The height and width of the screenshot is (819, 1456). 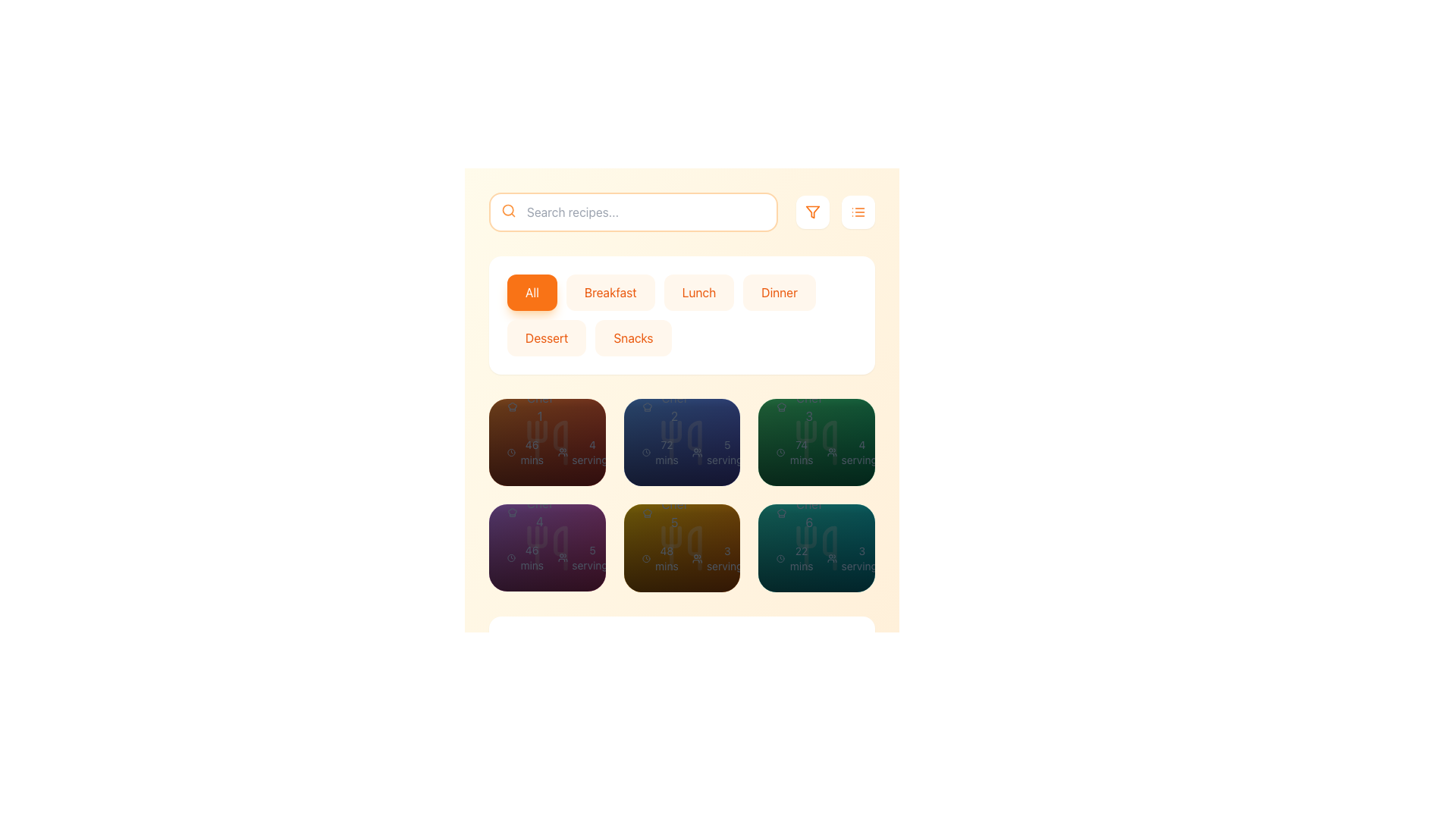 I want to click on the text indicator showing the number of servings for a recipe, which is located in the bottom-right card of a grid layout, to interact or reveal tooltips, so click(x=855, y=558).